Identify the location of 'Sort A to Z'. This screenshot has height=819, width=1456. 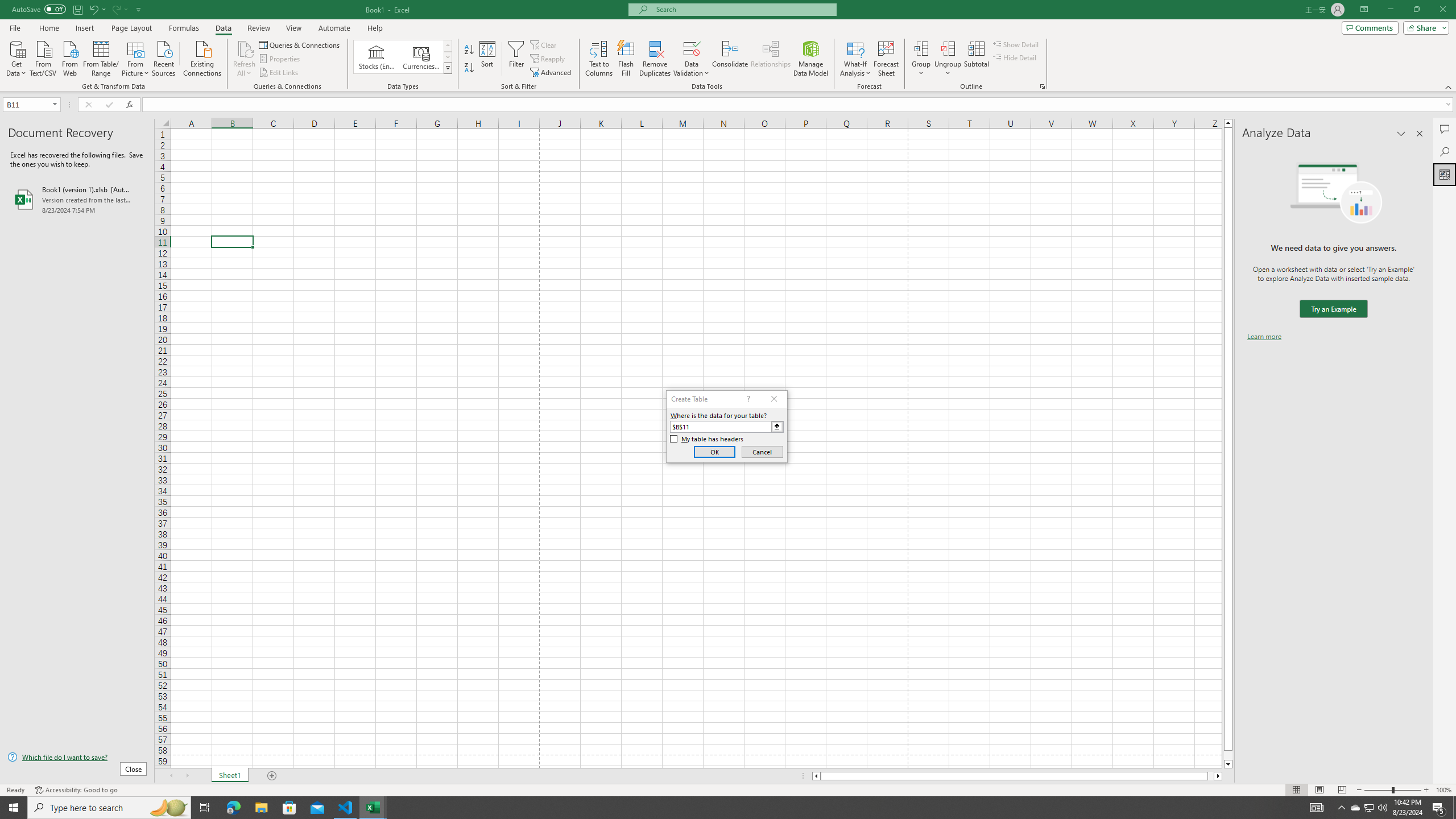
(469, 49).